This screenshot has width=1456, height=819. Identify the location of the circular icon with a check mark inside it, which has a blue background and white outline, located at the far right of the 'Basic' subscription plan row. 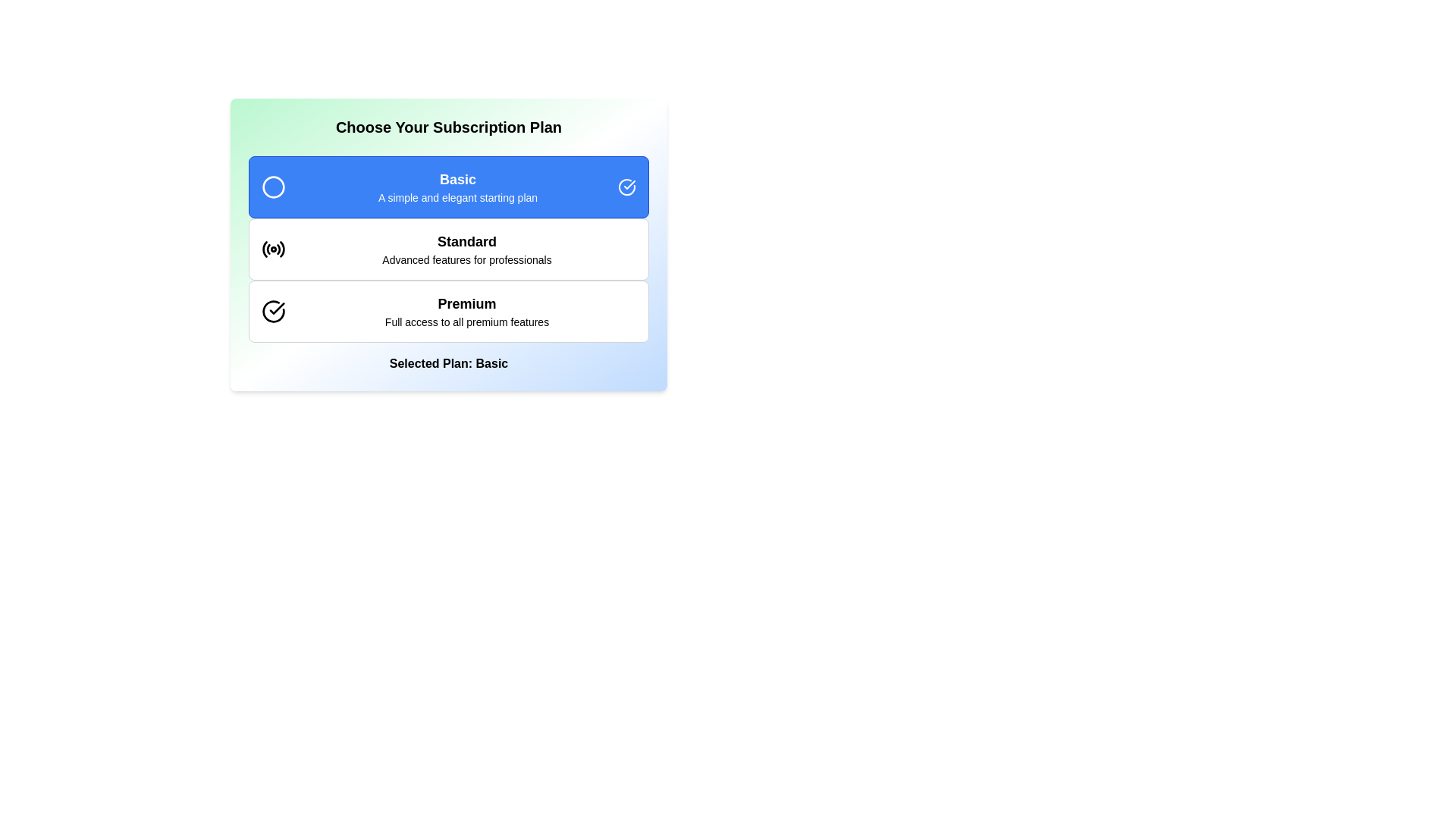
(626, 186).